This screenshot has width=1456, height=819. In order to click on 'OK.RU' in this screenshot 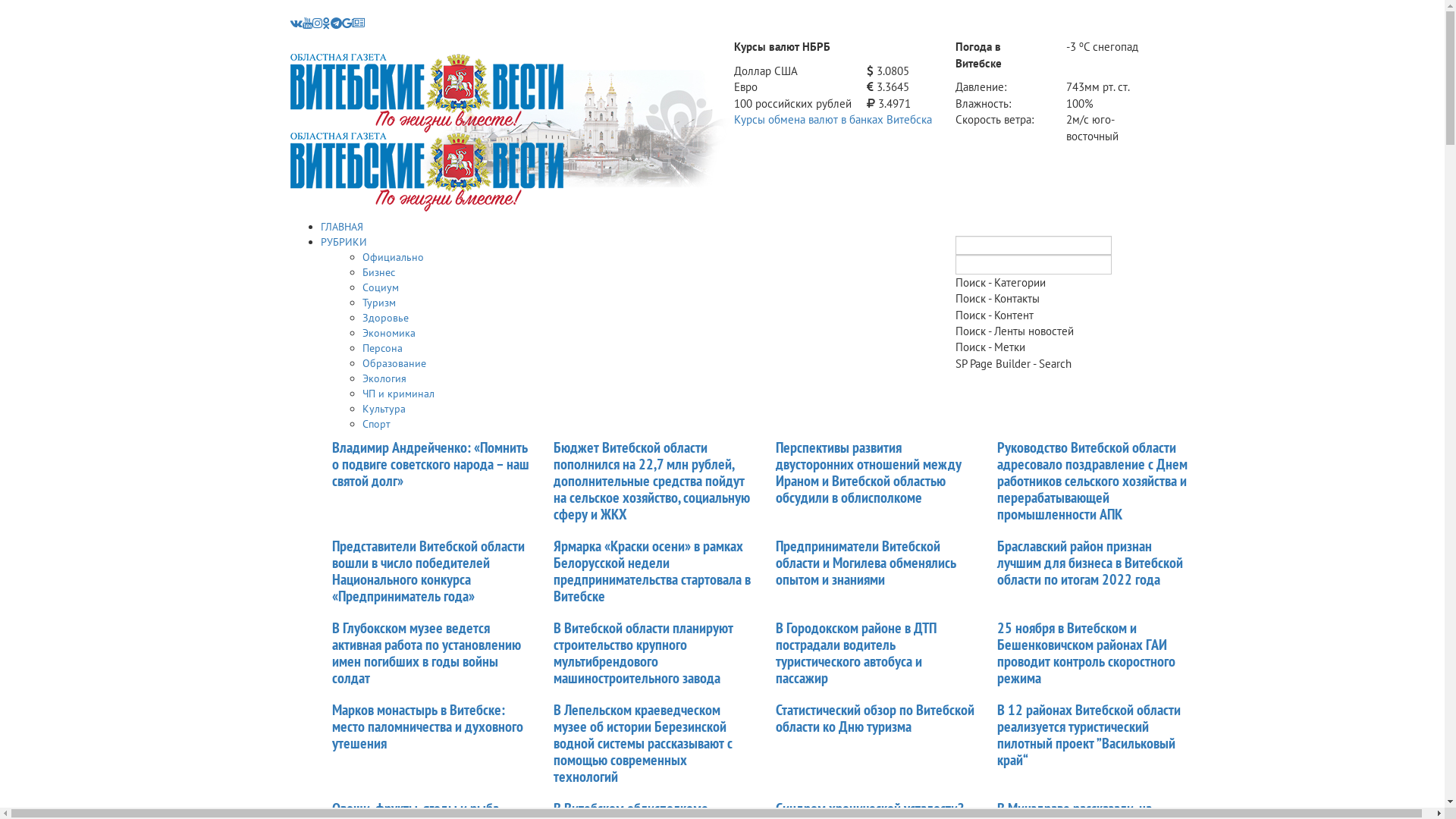, I will do `click(325, 23)`.